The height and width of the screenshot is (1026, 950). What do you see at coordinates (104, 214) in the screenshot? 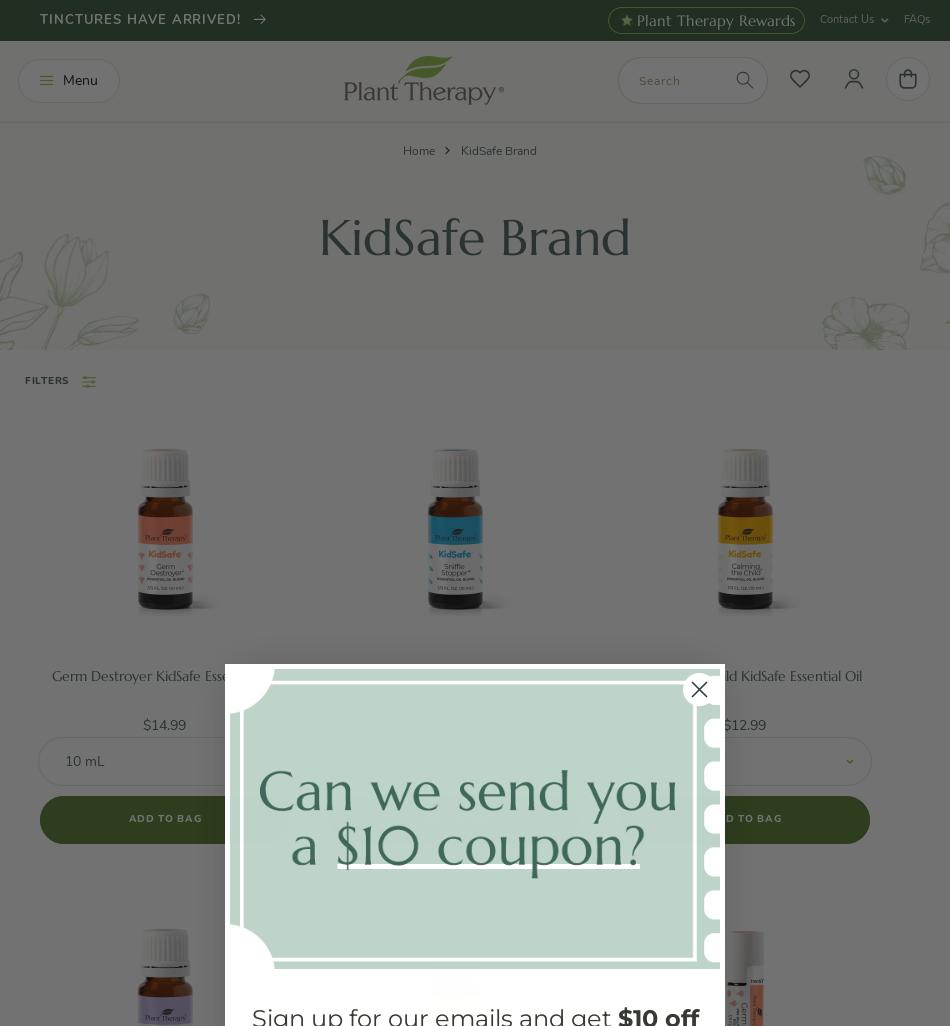
I see `'Essential Oils'` at bounding box center [104, 214].